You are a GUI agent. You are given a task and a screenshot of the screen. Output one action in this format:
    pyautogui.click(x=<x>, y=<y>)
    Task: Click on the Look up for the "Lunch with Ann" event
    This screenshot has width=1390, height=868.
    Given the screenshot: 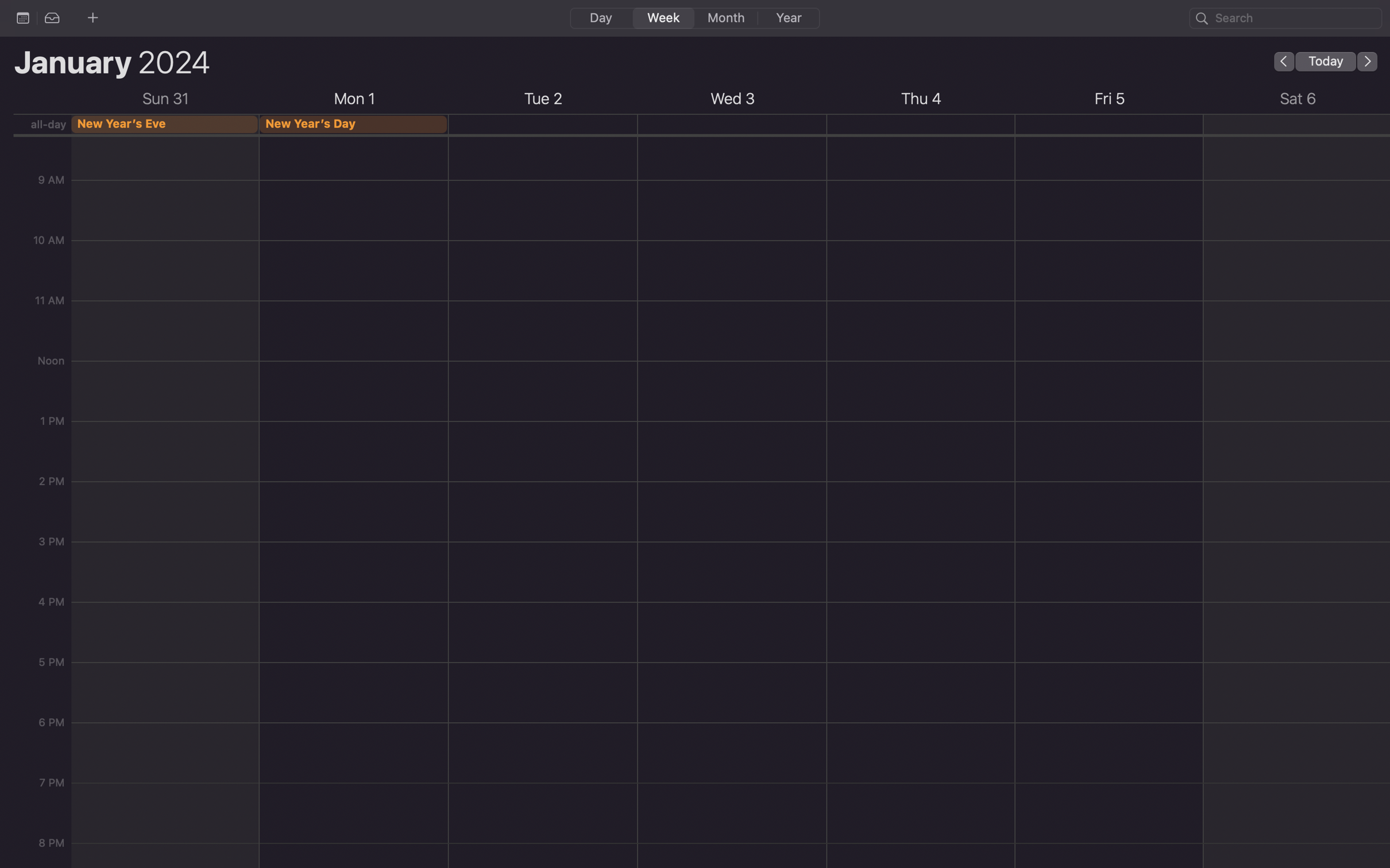 What is the action you would take?
    pyautogui.click(x=1285, y=17)
    